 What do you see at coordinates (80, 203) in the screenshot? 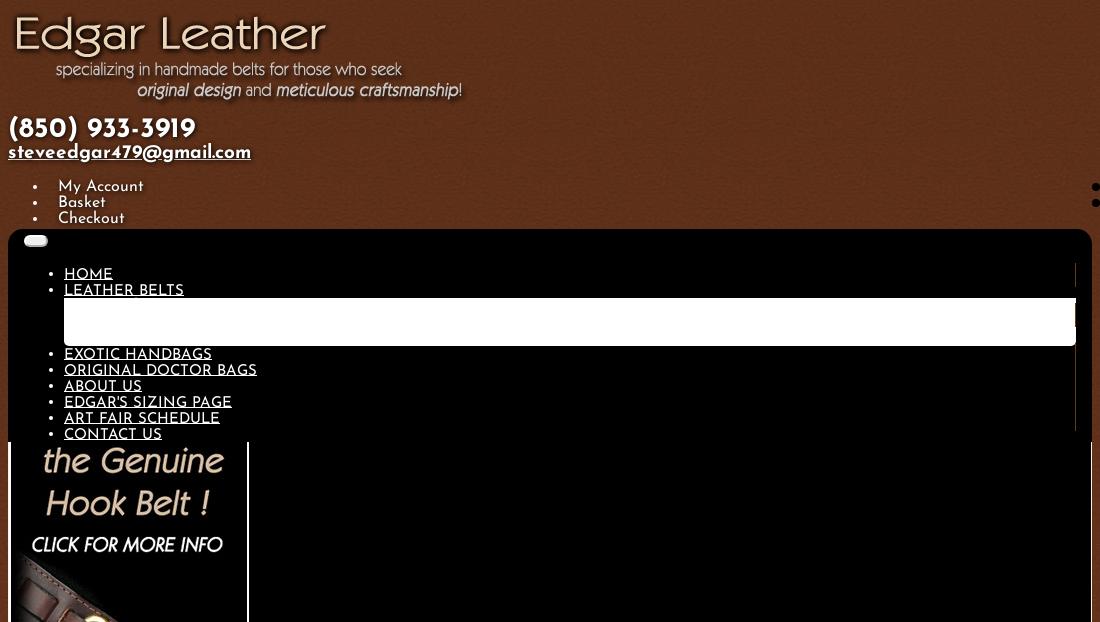
I see `'Basket'` at bounding box center [80, 203].